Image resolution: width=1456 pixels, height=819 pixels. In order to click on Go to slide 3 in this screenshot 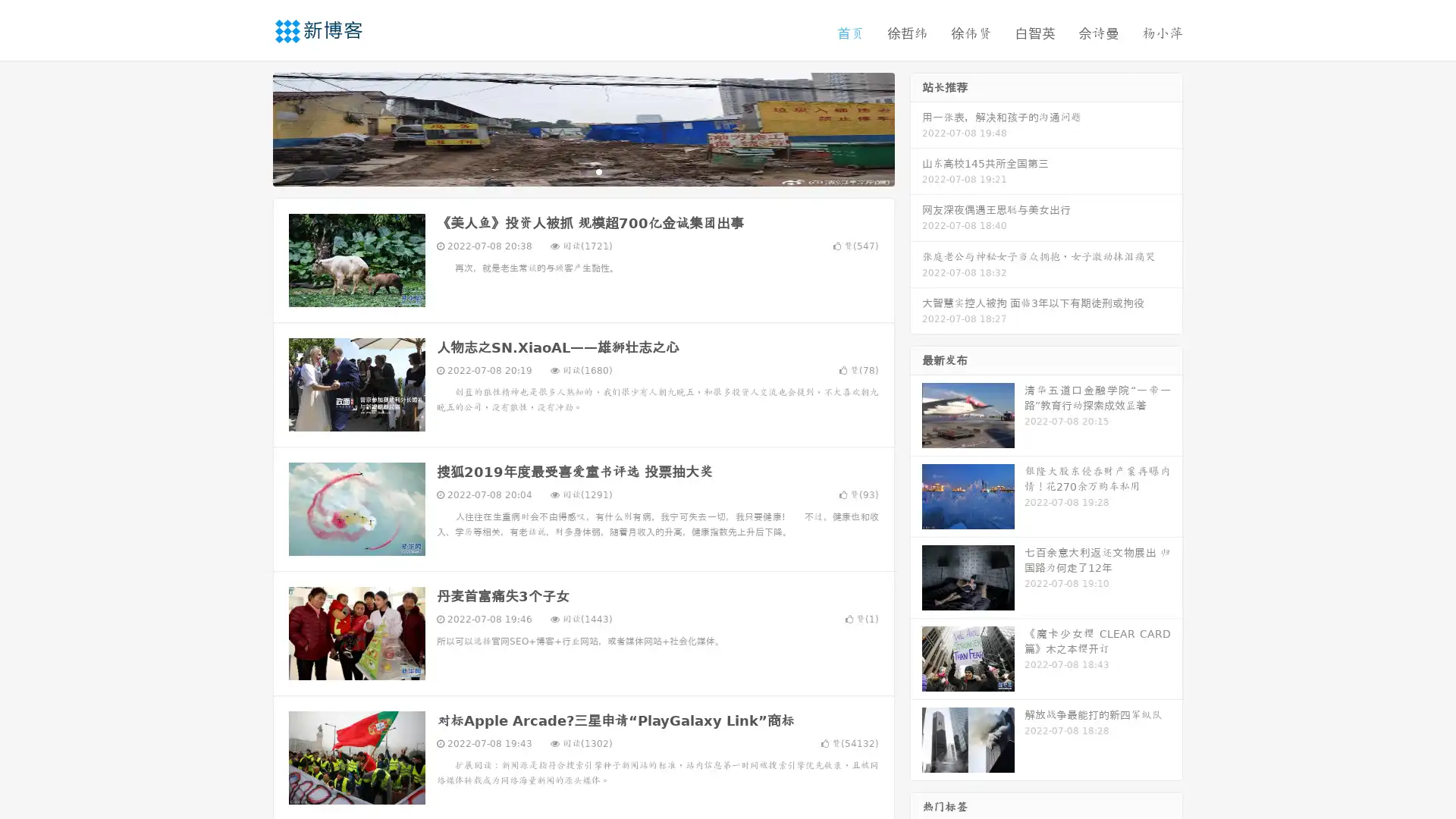, I will do `click(598, 171)`.